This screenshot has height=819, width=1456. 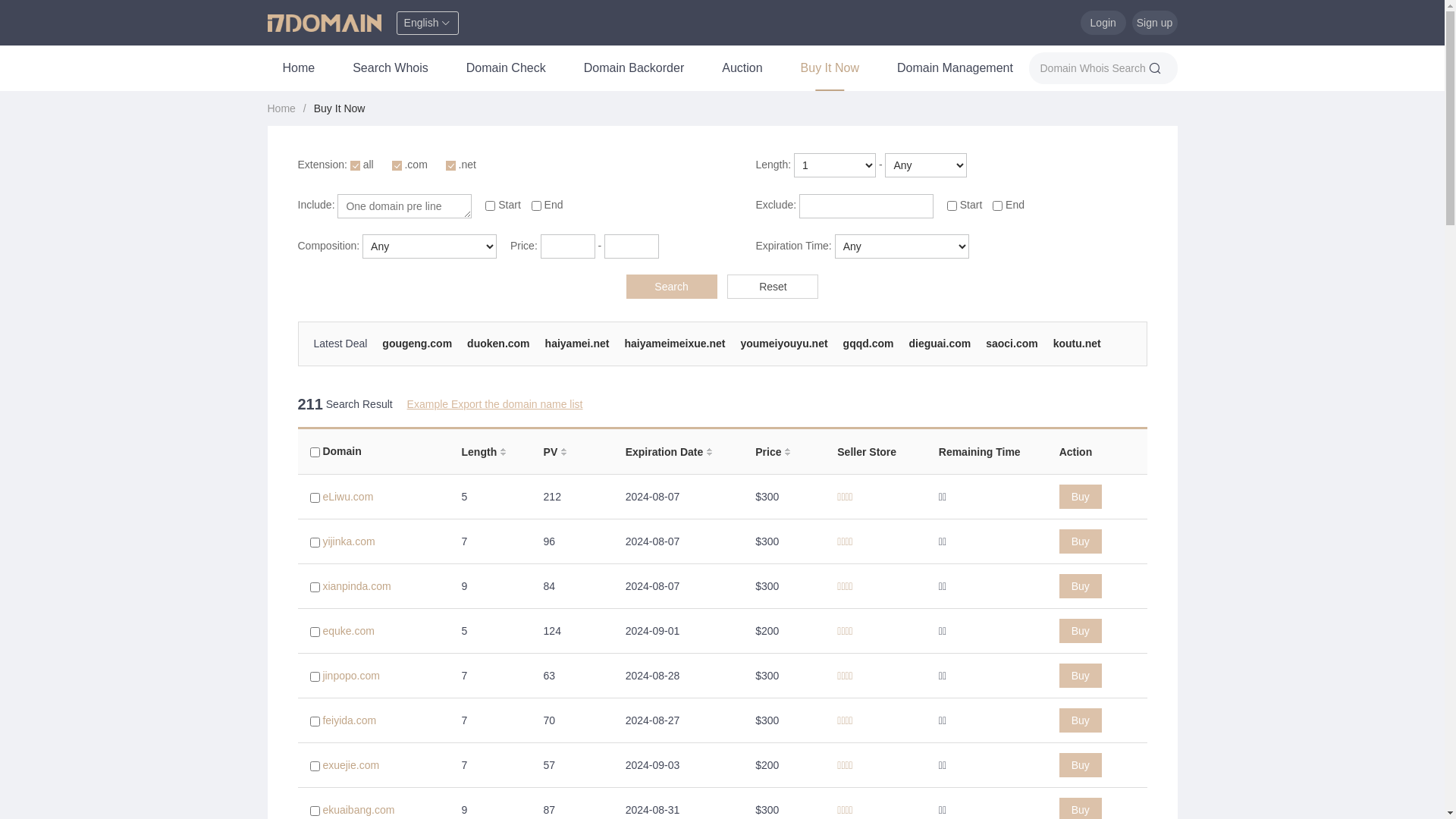 What do you see at coordinates (356, 585) in the screenshot?
I see `'xianpinda.com'` at bounding box center [356, 585].